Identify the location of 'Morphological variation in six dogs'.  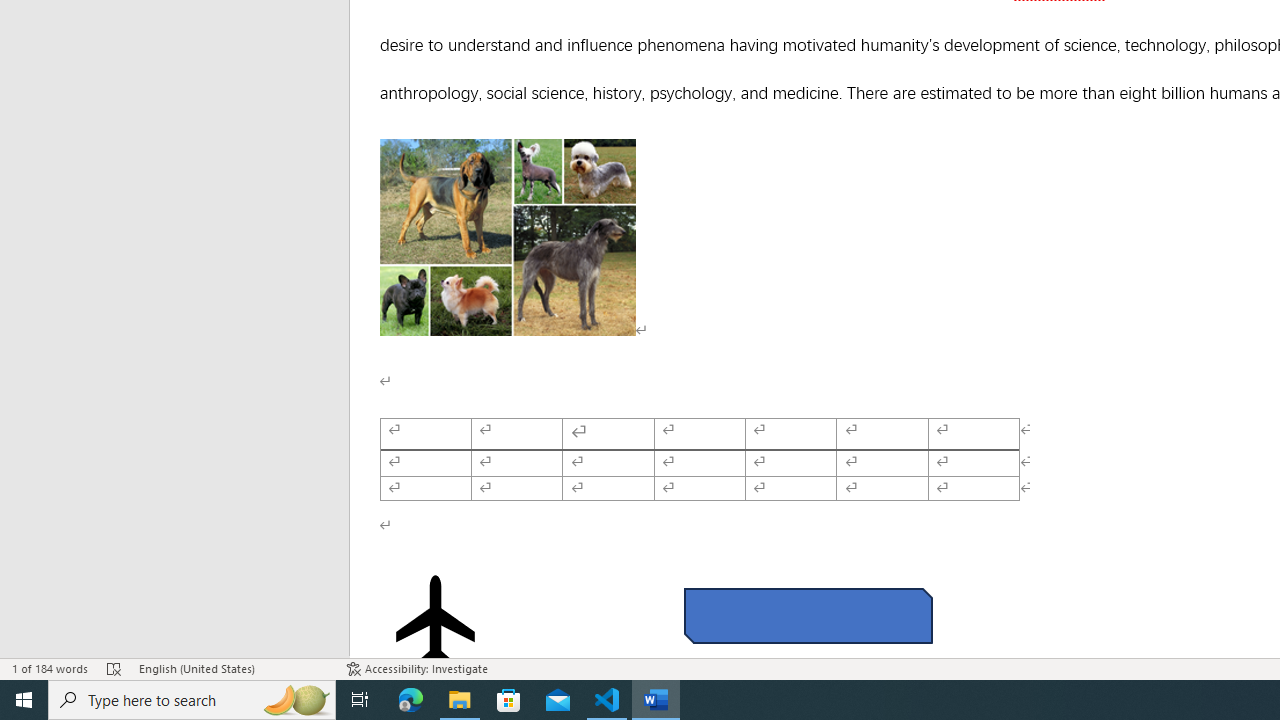
(508, 236).